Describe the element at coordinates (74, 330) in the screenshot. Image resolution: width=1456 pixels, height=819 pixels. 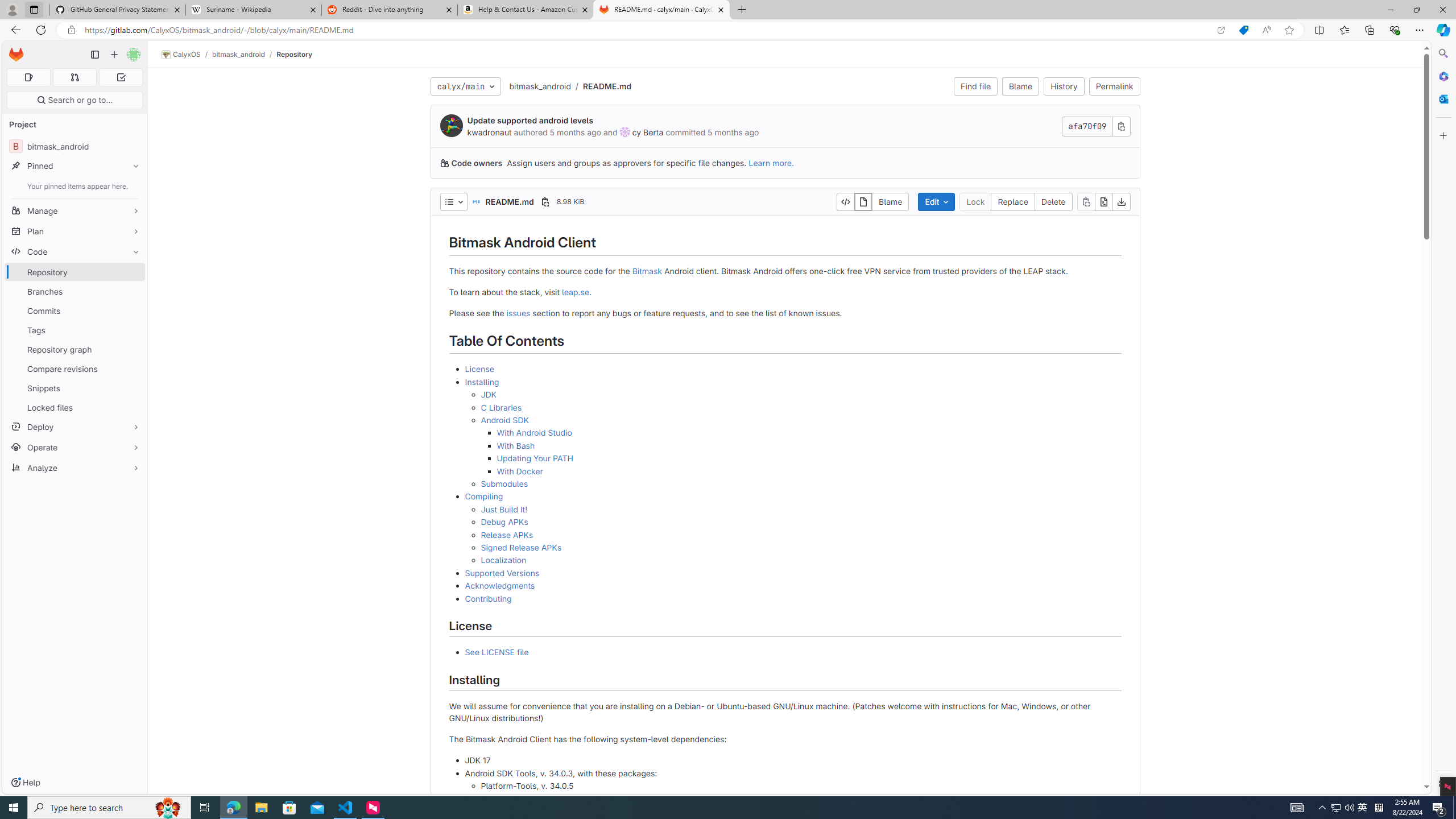
I see `'Tags'` at that location.